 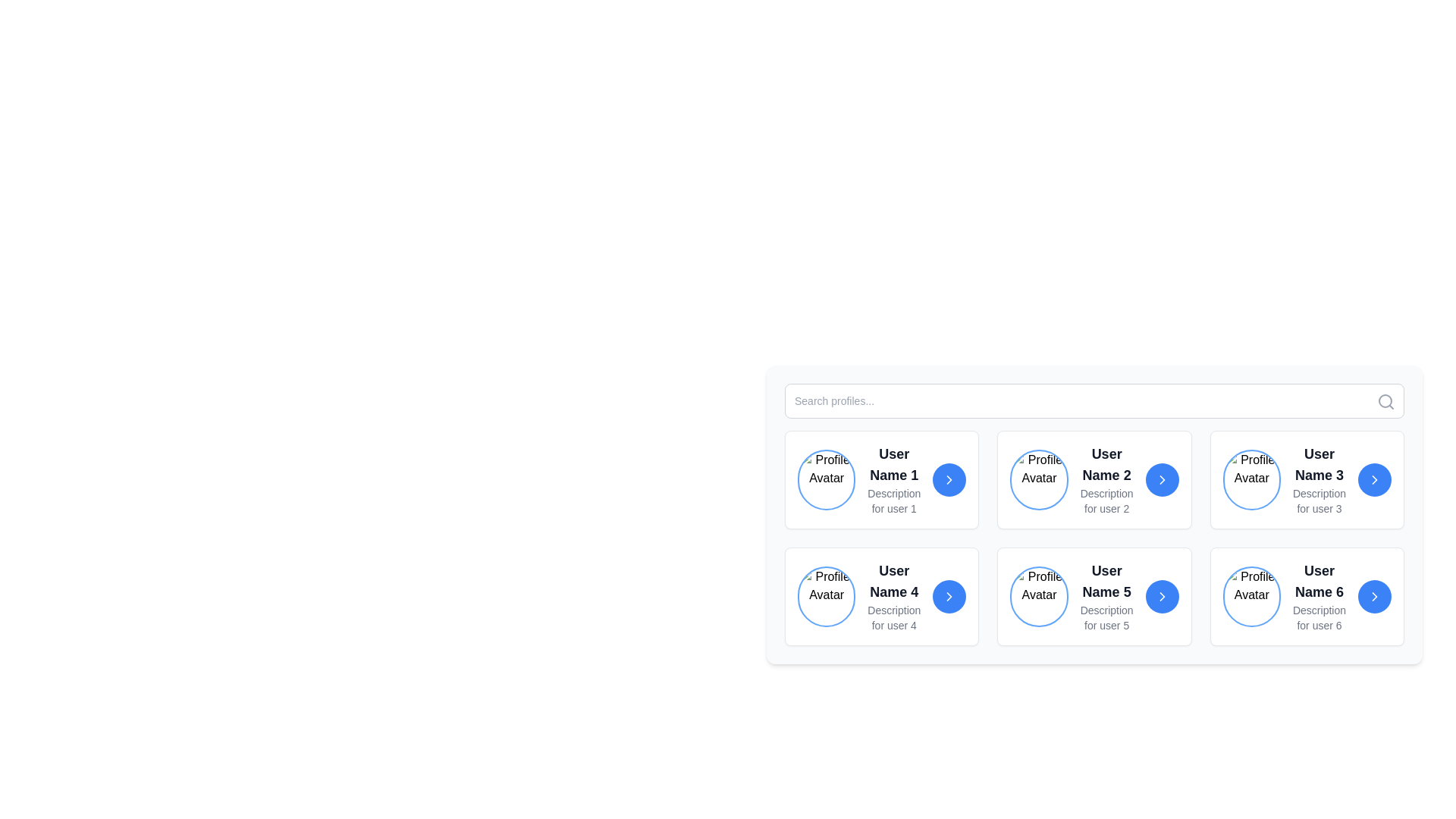 What do you see at coordinates (949, 479) in the screenshot?
I see `the chevron arrow SVG icon within the button located to the right of 'User Name 1' in the top-left card of the grid to possibly view a tooltip` at bounding box center [949, 479].